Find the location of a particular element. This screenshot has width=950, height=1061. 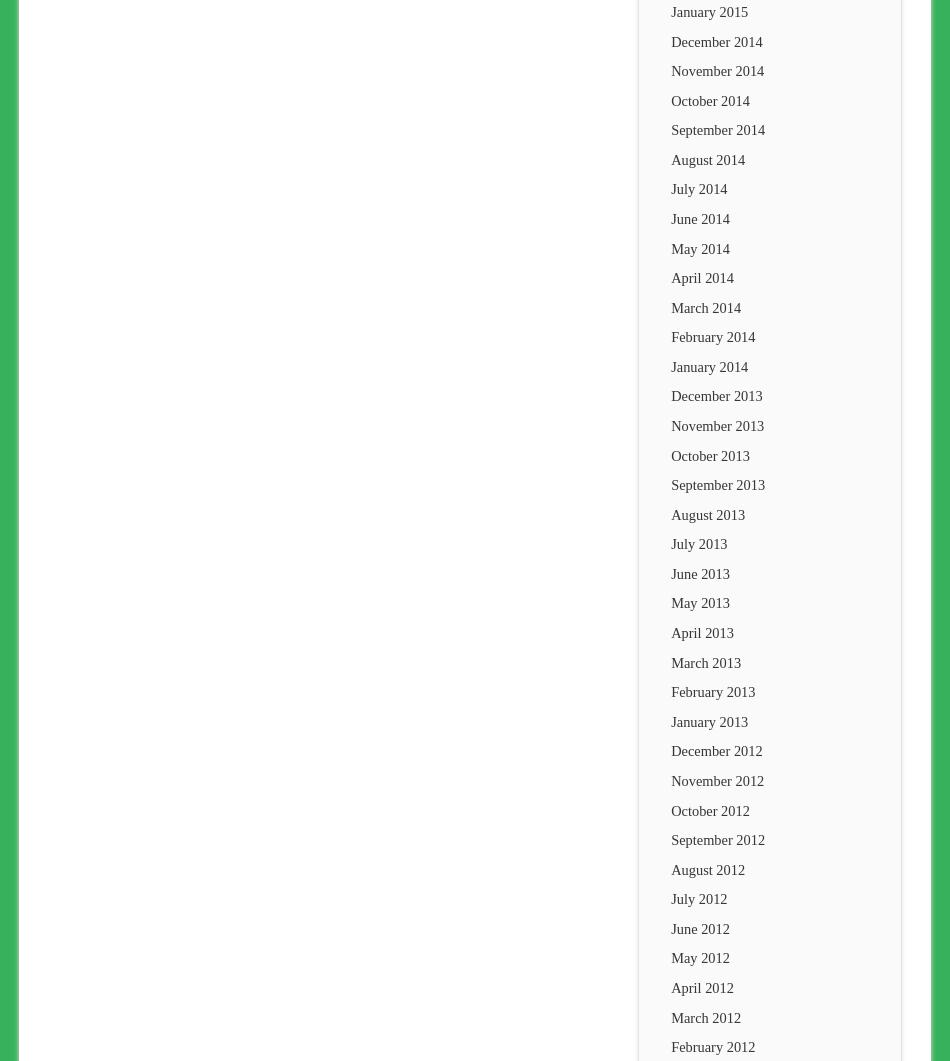

'October 2013' is located at coordinates (710, 454).